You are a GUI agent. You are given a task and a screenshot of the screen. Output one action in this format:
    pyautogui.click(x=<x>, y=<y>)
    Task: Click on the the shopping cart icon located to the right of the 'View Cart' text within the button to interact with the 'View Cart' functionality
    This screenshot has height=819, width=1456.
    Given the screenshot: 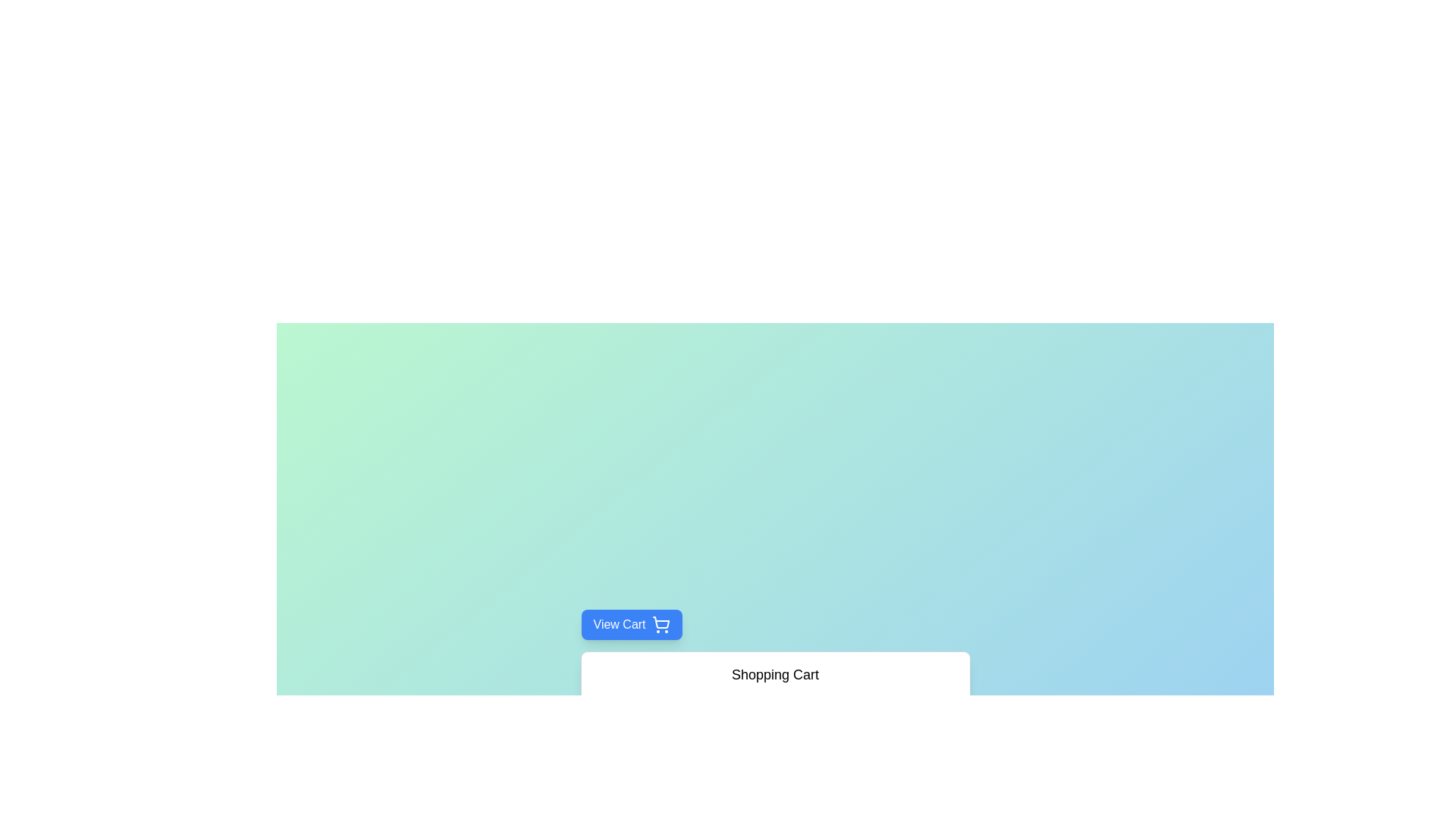 What is the action you would take?
    pyautogui.click(x=661, y=624)
    